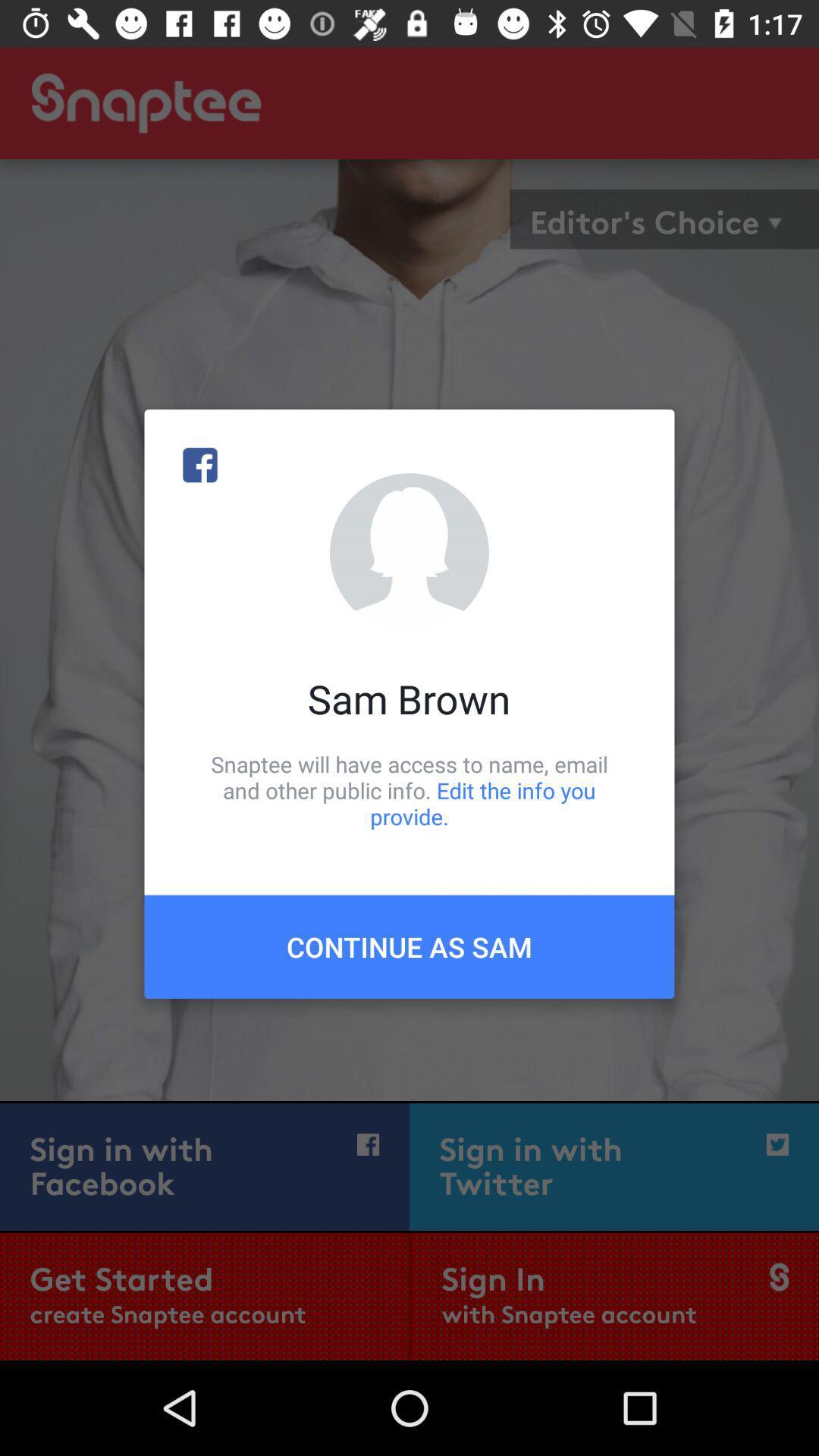 This screenshot has height=1456, width=819. Describe the element at coordinates (409, 946) in the screenshot. I see `the continue as sam` at that location.